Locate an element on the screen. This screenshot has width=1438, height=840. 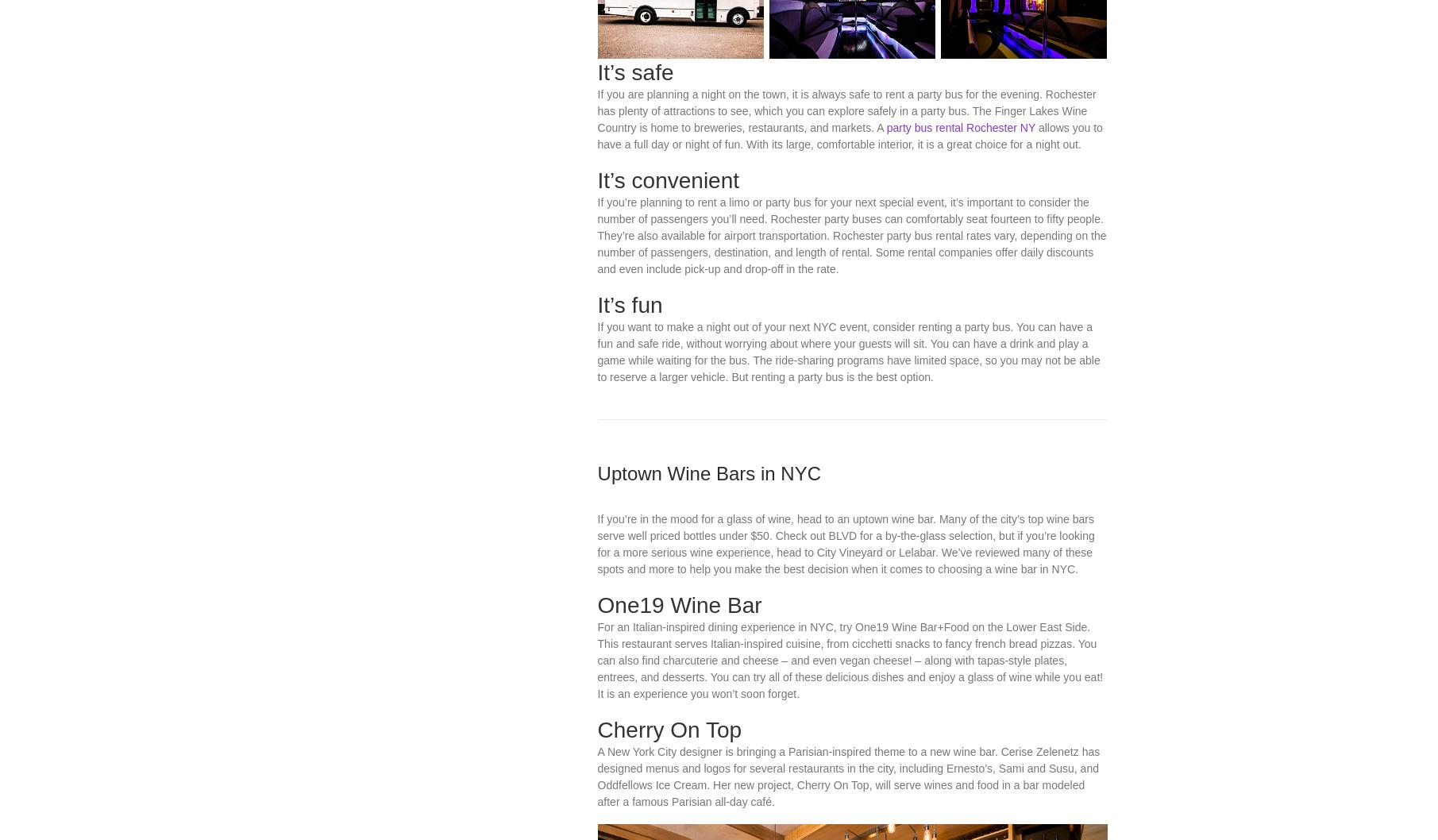
'Whether you’re hosting a bachelor party or a hen or stag do, it’s affordable to rent a Rochester party bus to transport your guests in style. Rochester party bus rates depend on the number of people you’re transporting and the vehicle type. Your rental period also determines your rates, so you should plan accordingly. Also, remember that if you’re hiring a party bus for a long-term event, you can get discounts on the day of your event.' is located at coordinates (850, 42).